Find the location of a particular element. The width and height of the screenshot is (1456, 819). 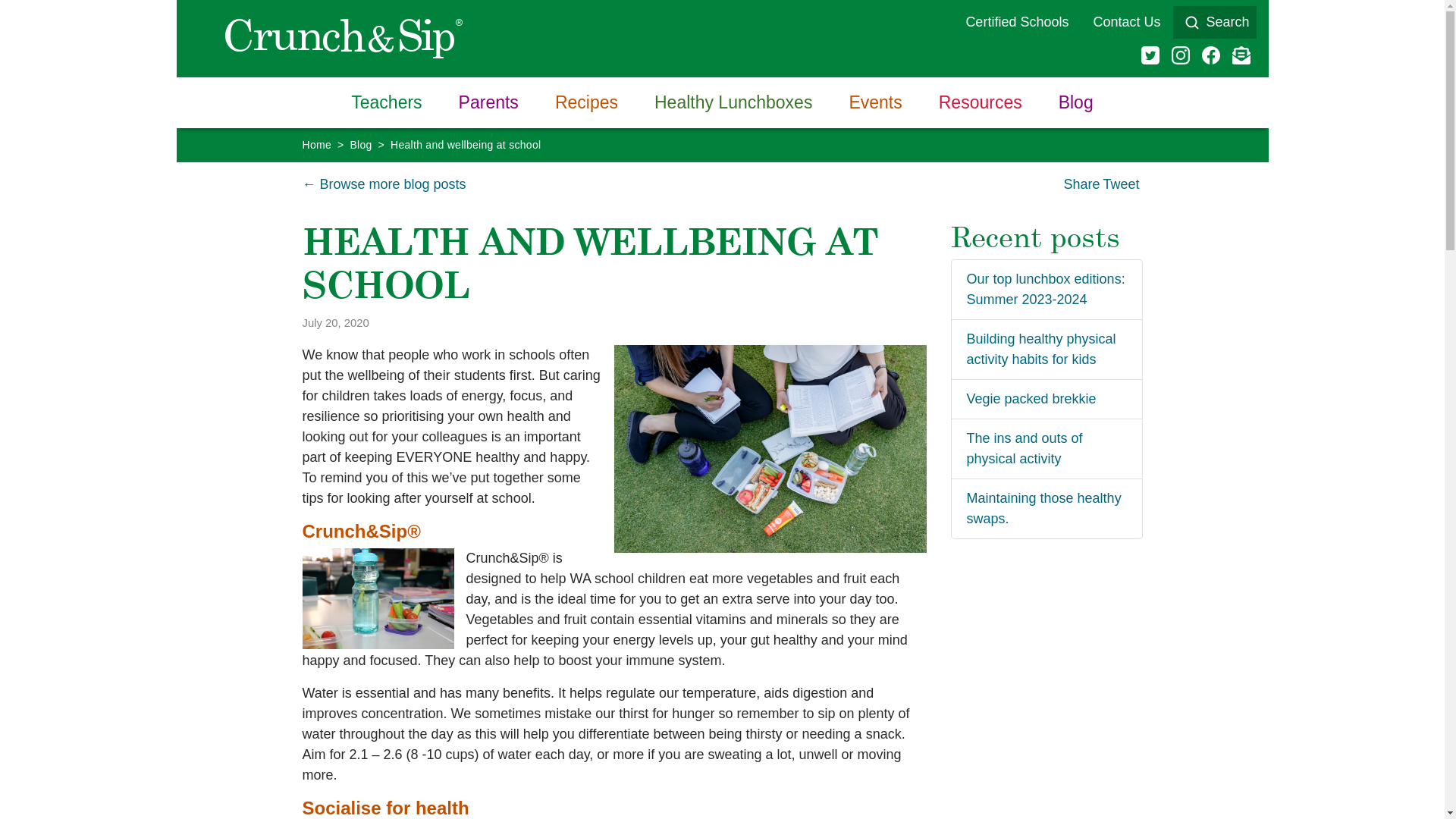

'Share' is located at coordinates (1080, 184).